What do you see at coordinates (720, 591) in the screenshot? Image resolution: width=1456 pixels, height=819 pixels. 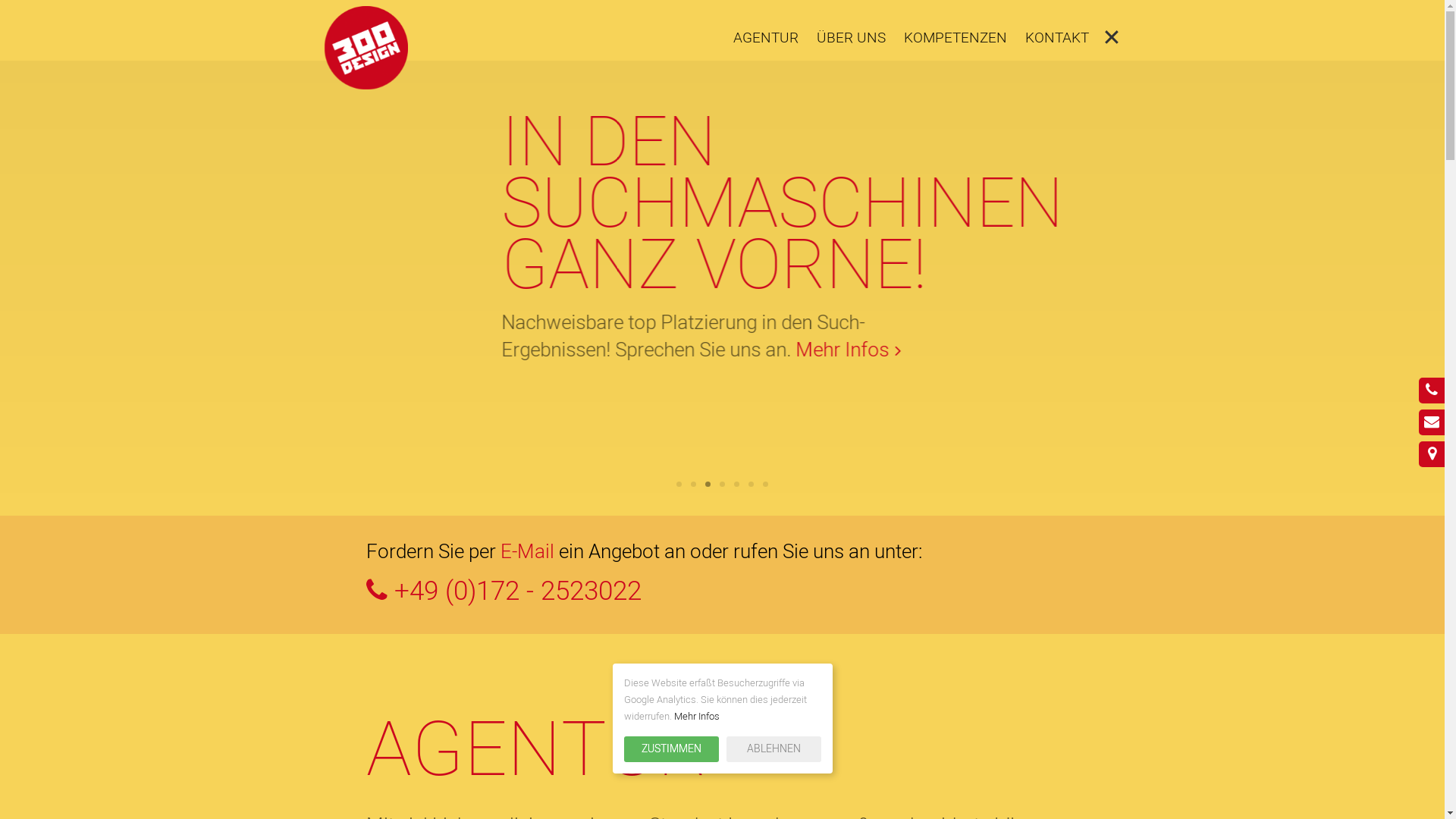 I see `'+49 (0)172 - 2523022'` at bounding box center [720, 591].